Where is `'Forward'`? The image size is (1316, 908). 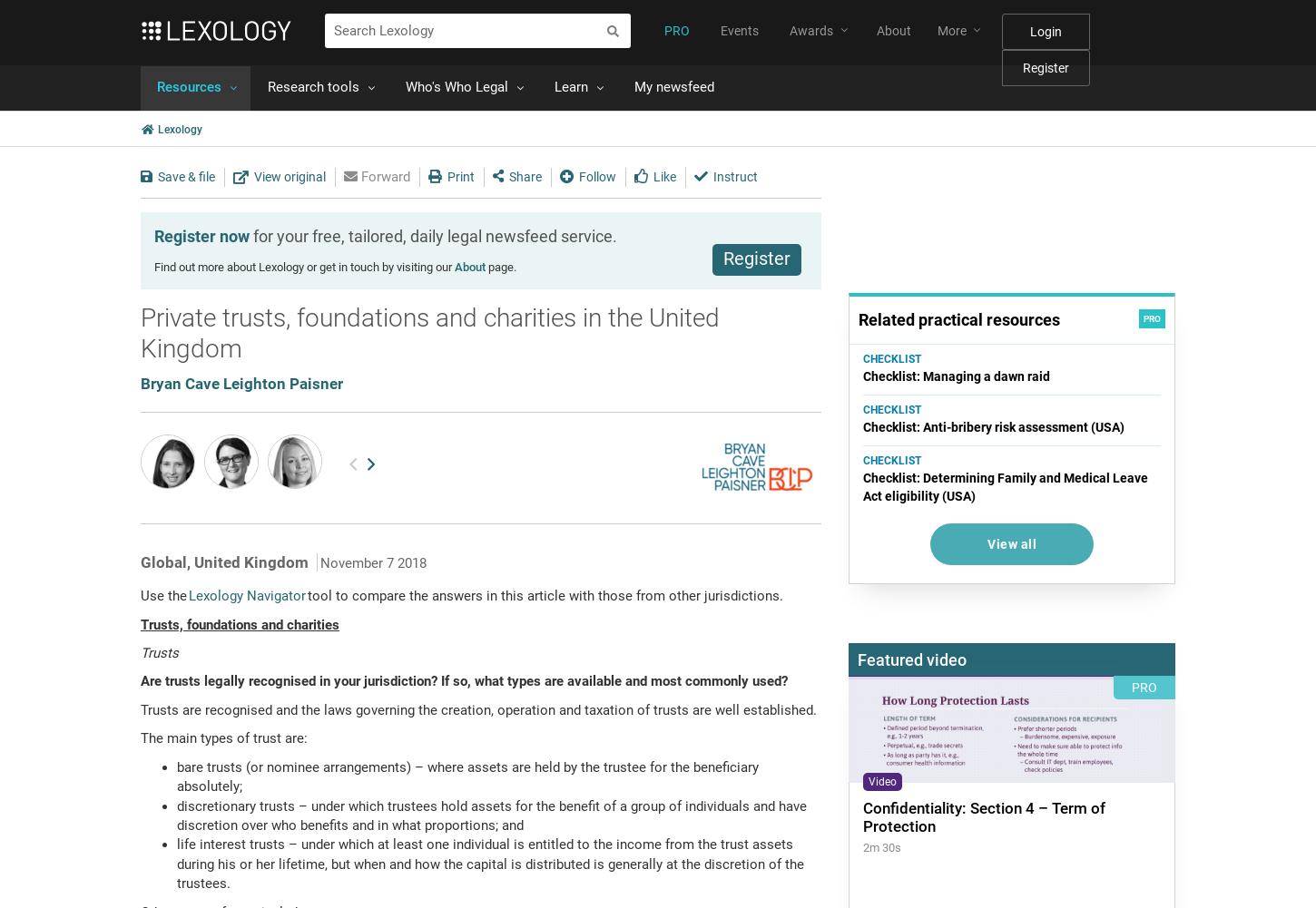
'Forward' is located at coordinates (384, 175).